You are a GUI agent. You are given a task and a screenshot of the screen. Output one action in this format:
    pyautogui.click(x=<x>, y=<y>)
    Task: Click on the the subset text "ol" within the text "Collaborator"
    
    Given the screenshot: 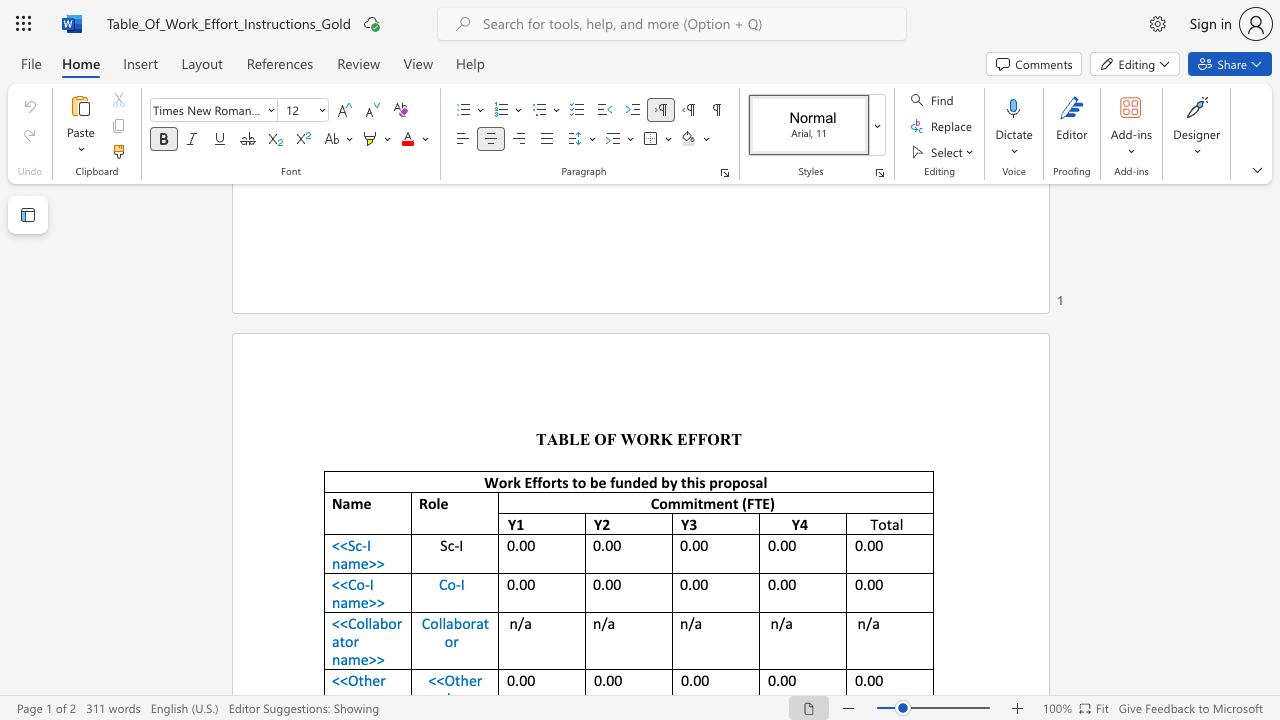 What is the action you would take?
    pyautogui.click(x=429, y=622)
    